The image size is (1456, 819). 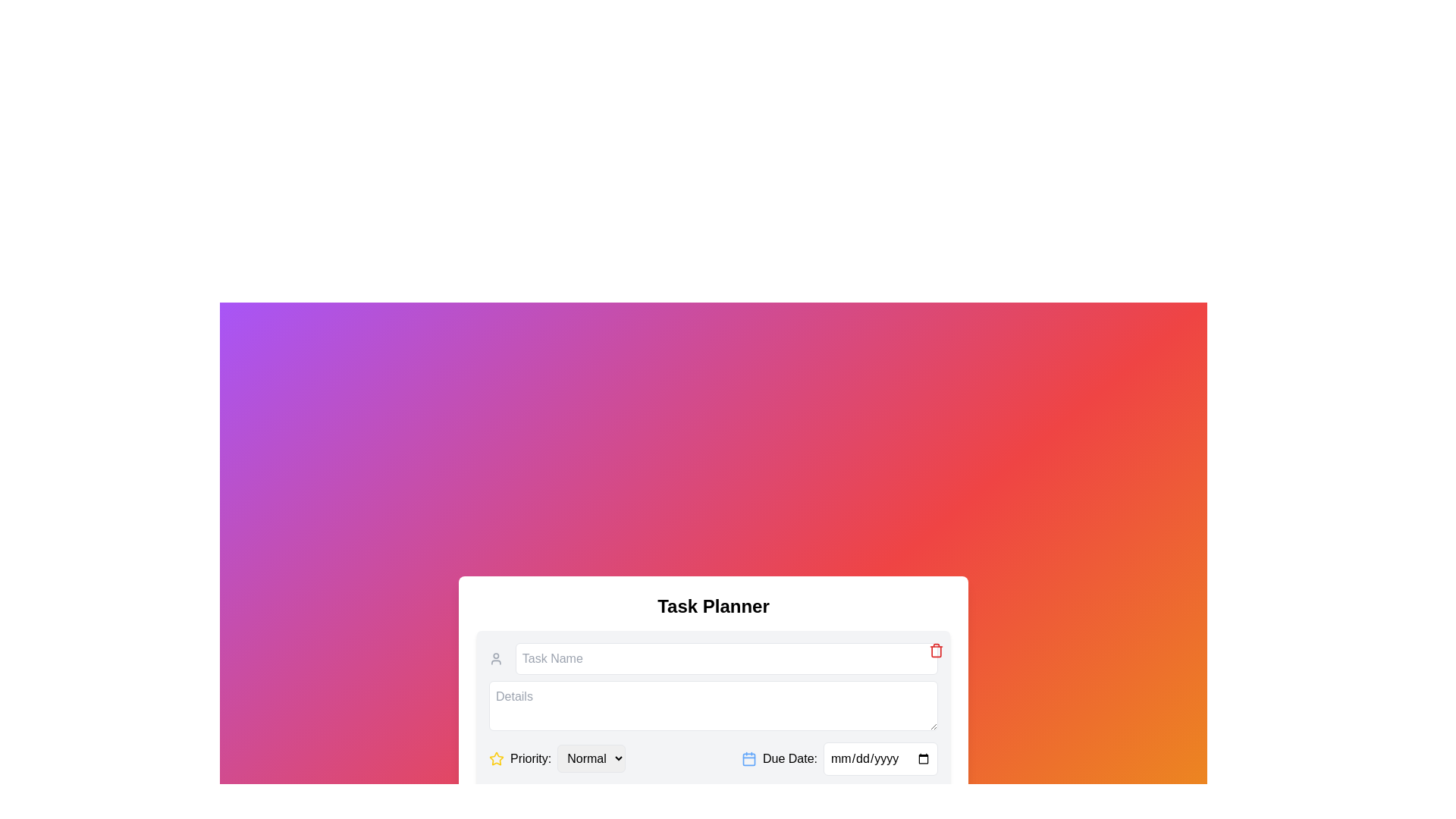 What do you see at coordinates (749, 758) in the screenshot?
I see `the calendar icon located to the left of the 'Due Date:' text input field, which serves as a visual cue for date input functionality` at bounding box center [749, 758].